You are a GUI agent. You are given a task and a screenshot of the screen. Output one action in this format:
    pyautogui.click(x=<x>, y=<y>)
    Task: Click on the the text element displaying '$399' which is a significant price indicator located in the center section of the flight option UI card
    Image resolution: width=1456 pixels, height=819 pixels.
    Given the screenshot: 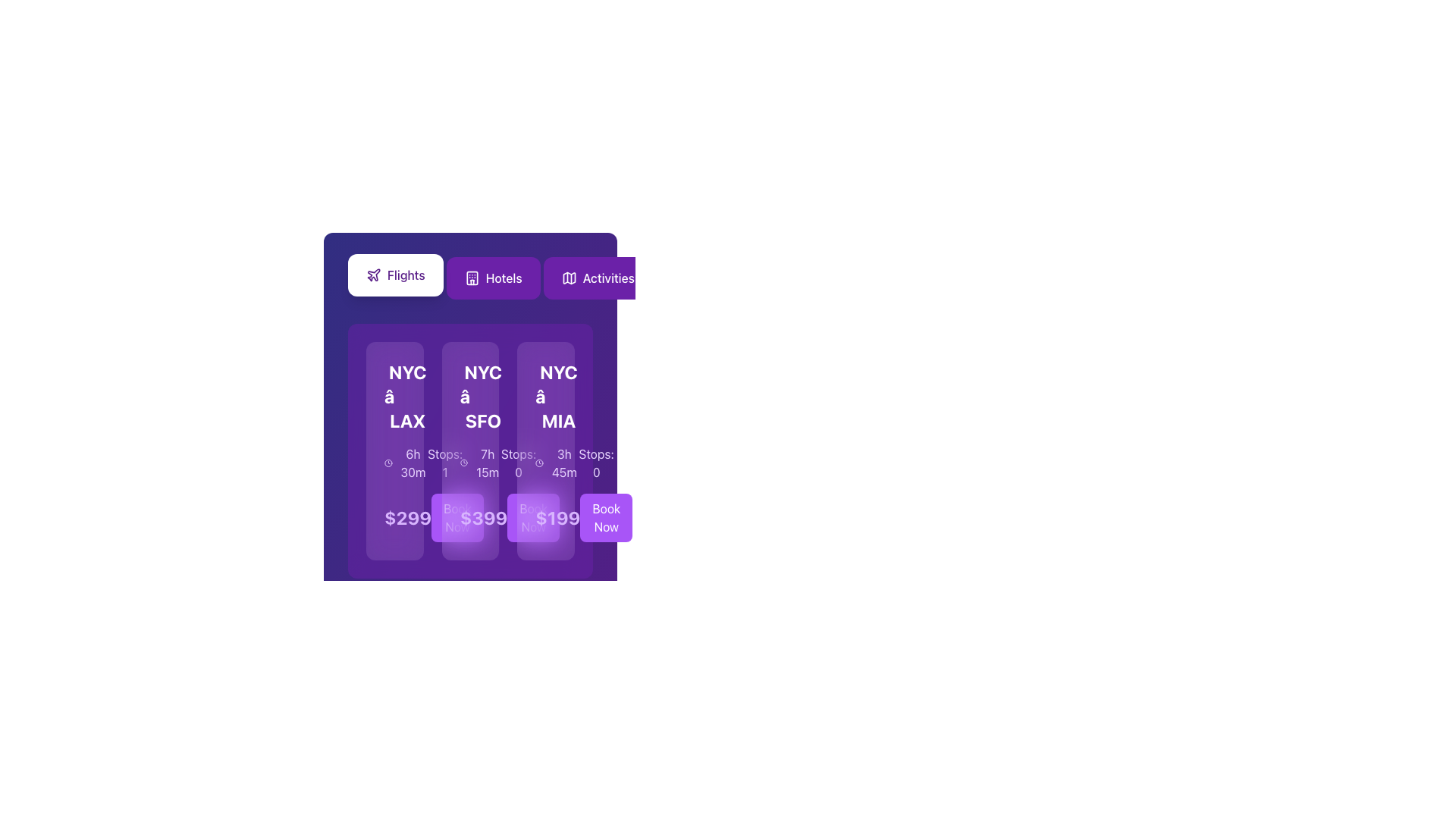 What is the action you would take?
    pyautogui.click(x=483, y=516)
    